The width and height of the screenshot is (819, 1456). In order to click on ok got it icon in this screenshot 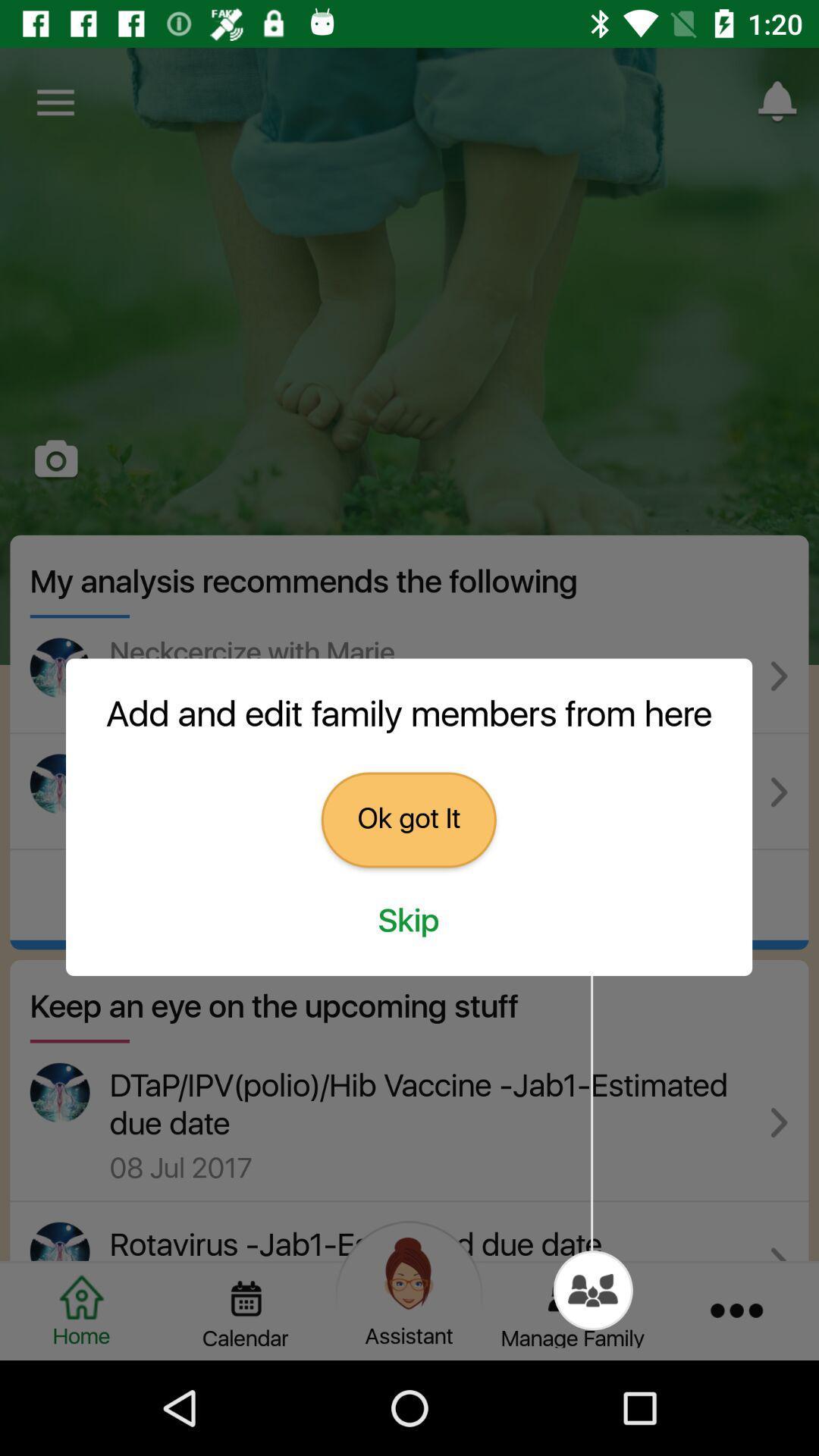, I will do `click(408, 819)`.